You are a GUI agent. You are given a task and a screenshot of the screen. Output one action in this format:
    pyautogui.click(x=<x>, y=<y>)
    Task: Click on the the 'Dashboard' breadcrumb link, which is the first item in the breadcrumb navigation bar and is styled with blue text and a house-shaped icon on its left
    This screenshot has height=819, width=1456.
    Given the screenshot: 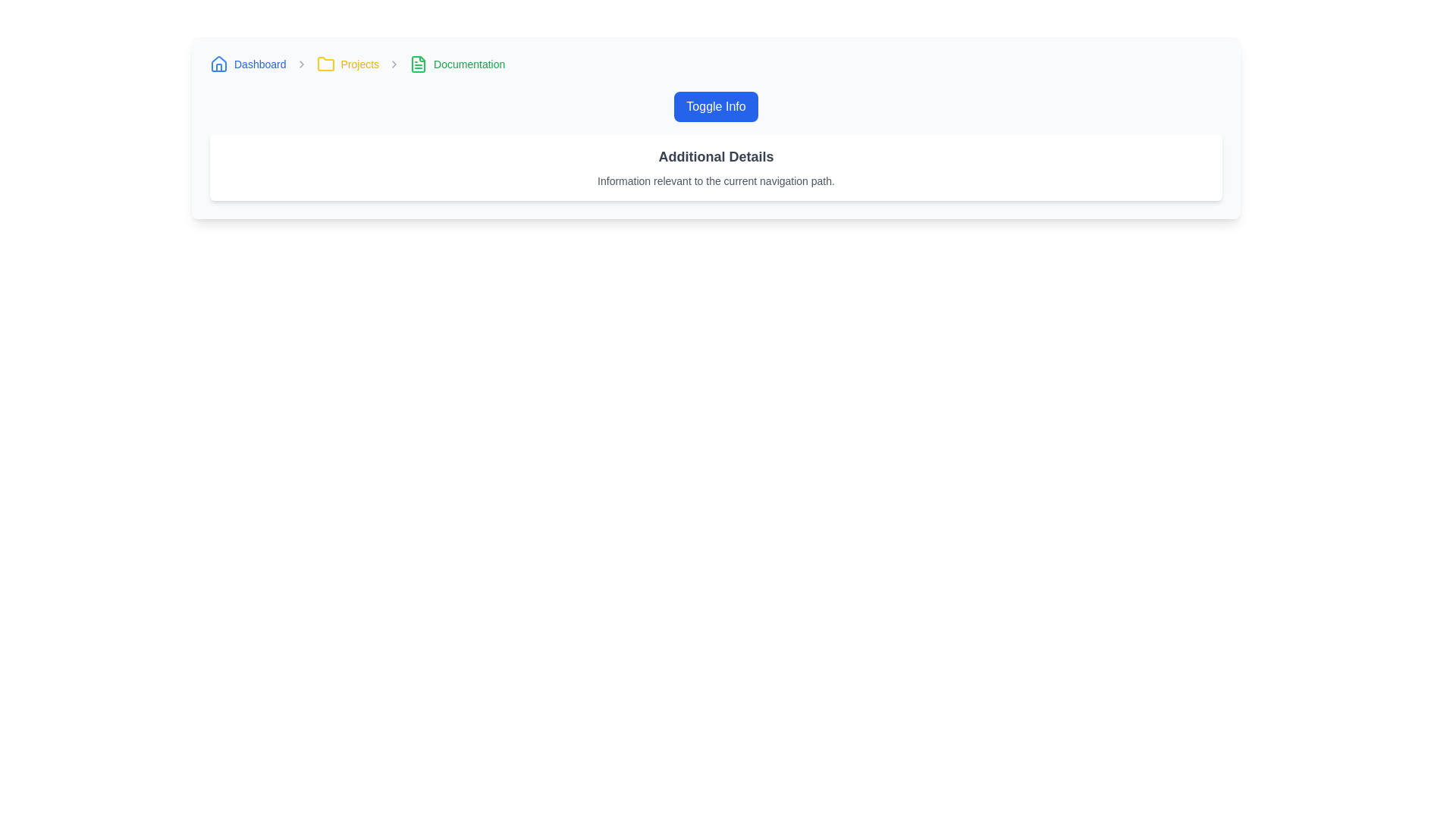 What is the action you would take?
    pyautogui.click(x=248, y=63)
    